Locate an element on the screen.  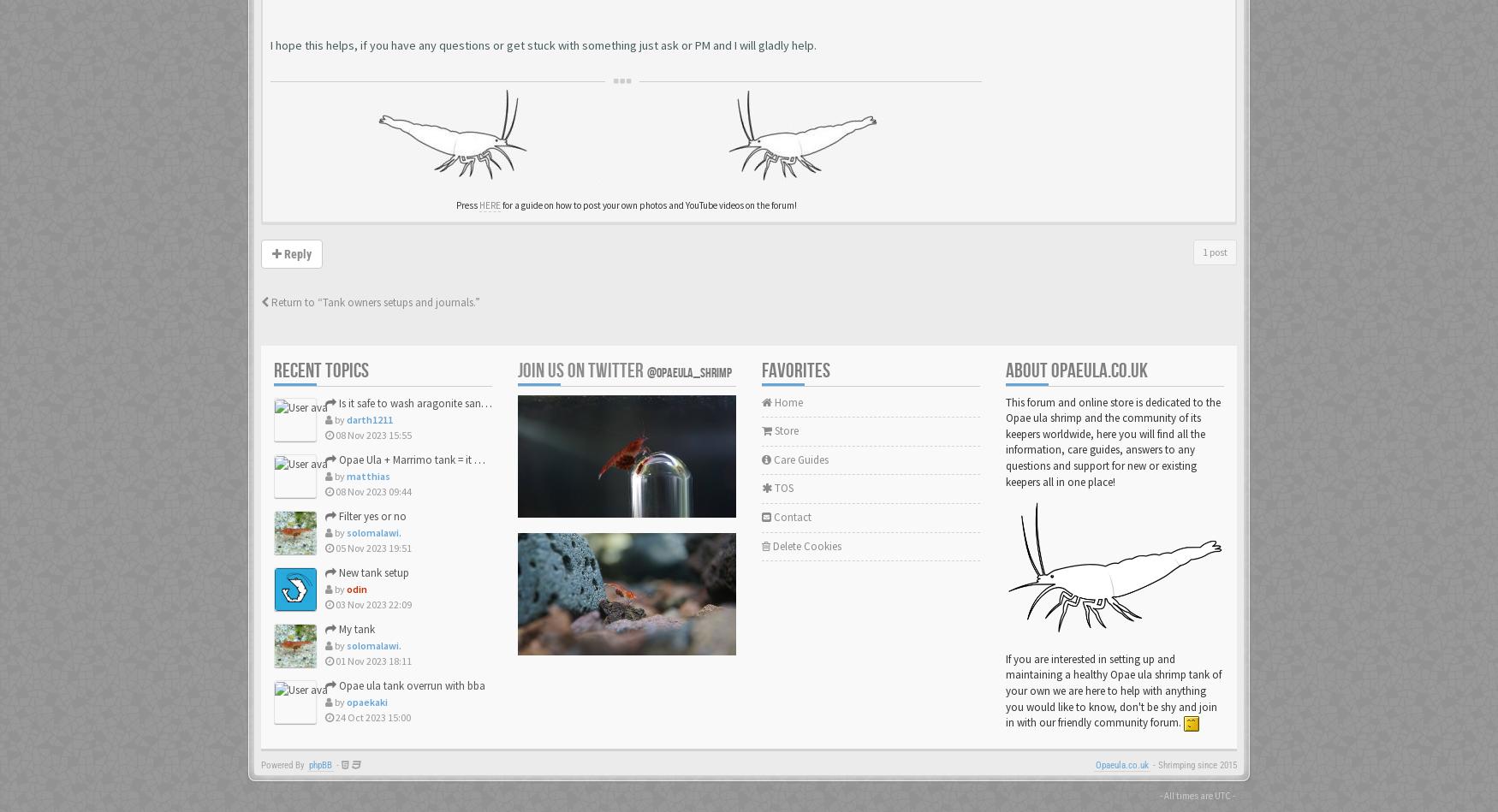
'Press' is located at coordinates (466, 204).